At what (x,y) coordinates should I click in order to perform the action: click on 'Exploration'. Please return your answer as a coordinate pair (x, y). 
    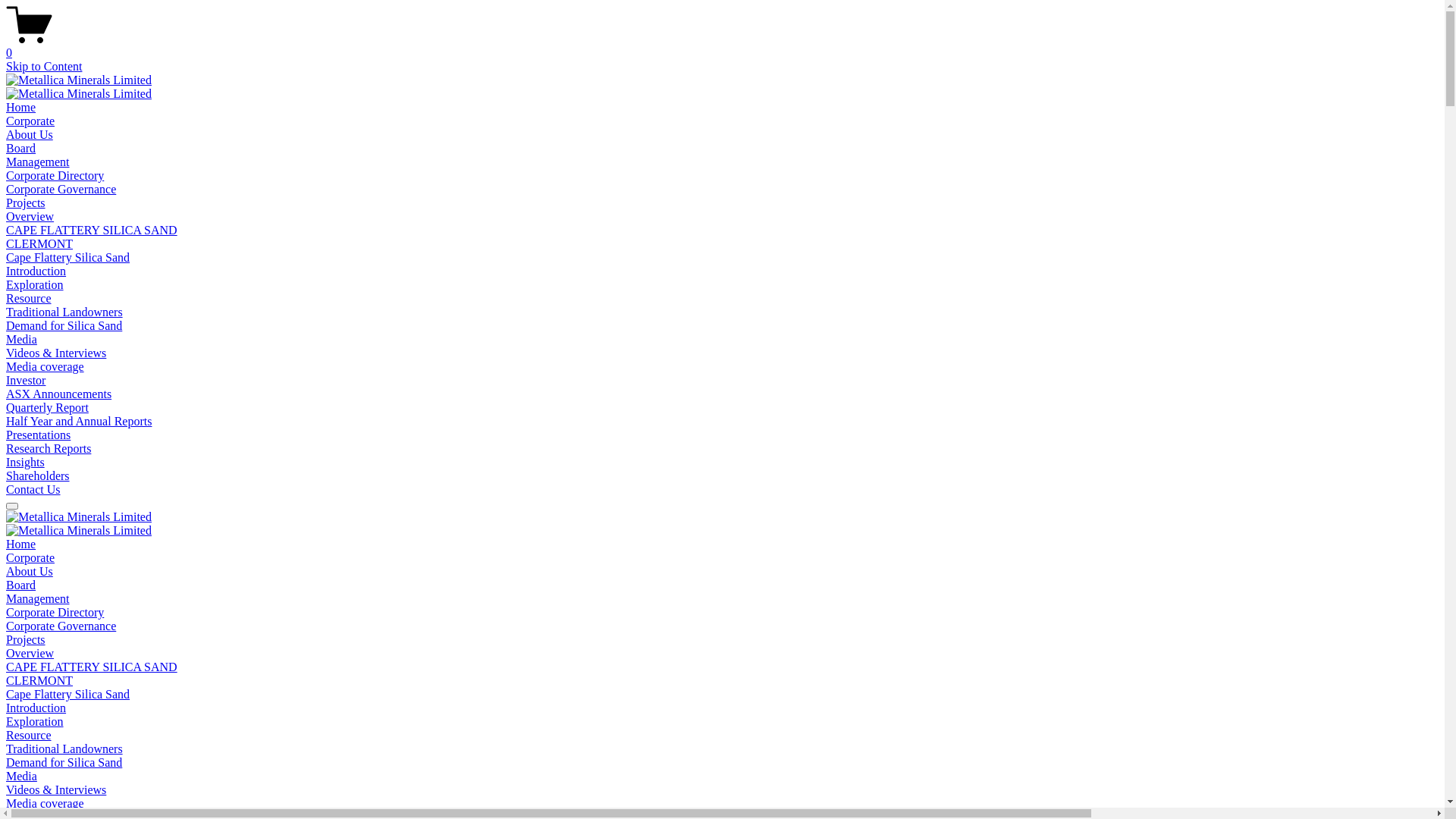
    Looking at the image, I should click on (35, 720).